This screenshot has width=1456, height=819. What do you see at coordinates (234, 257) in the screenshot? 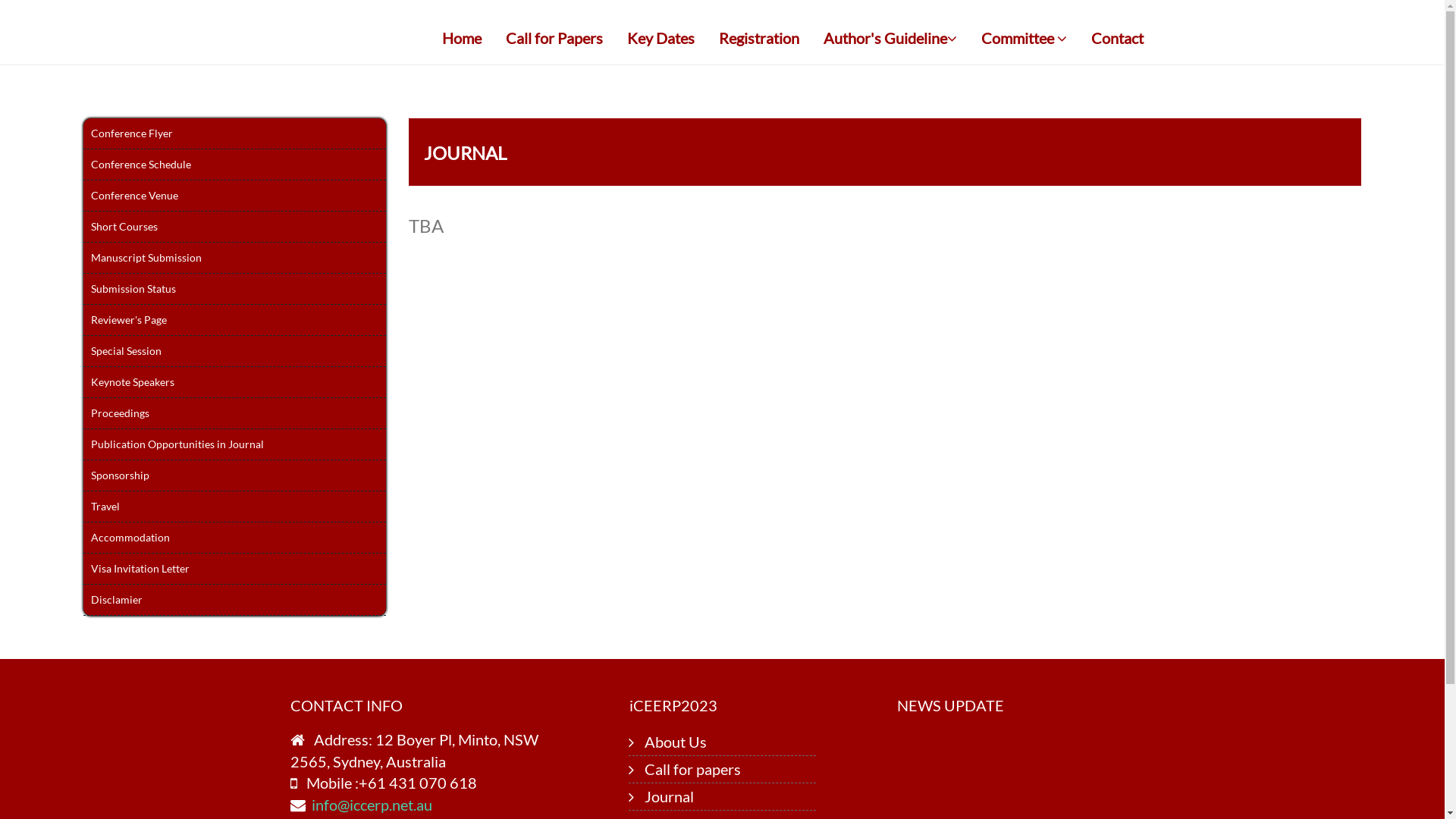
I see `'Manuscript Submission'` at bounding box center [234, 257].